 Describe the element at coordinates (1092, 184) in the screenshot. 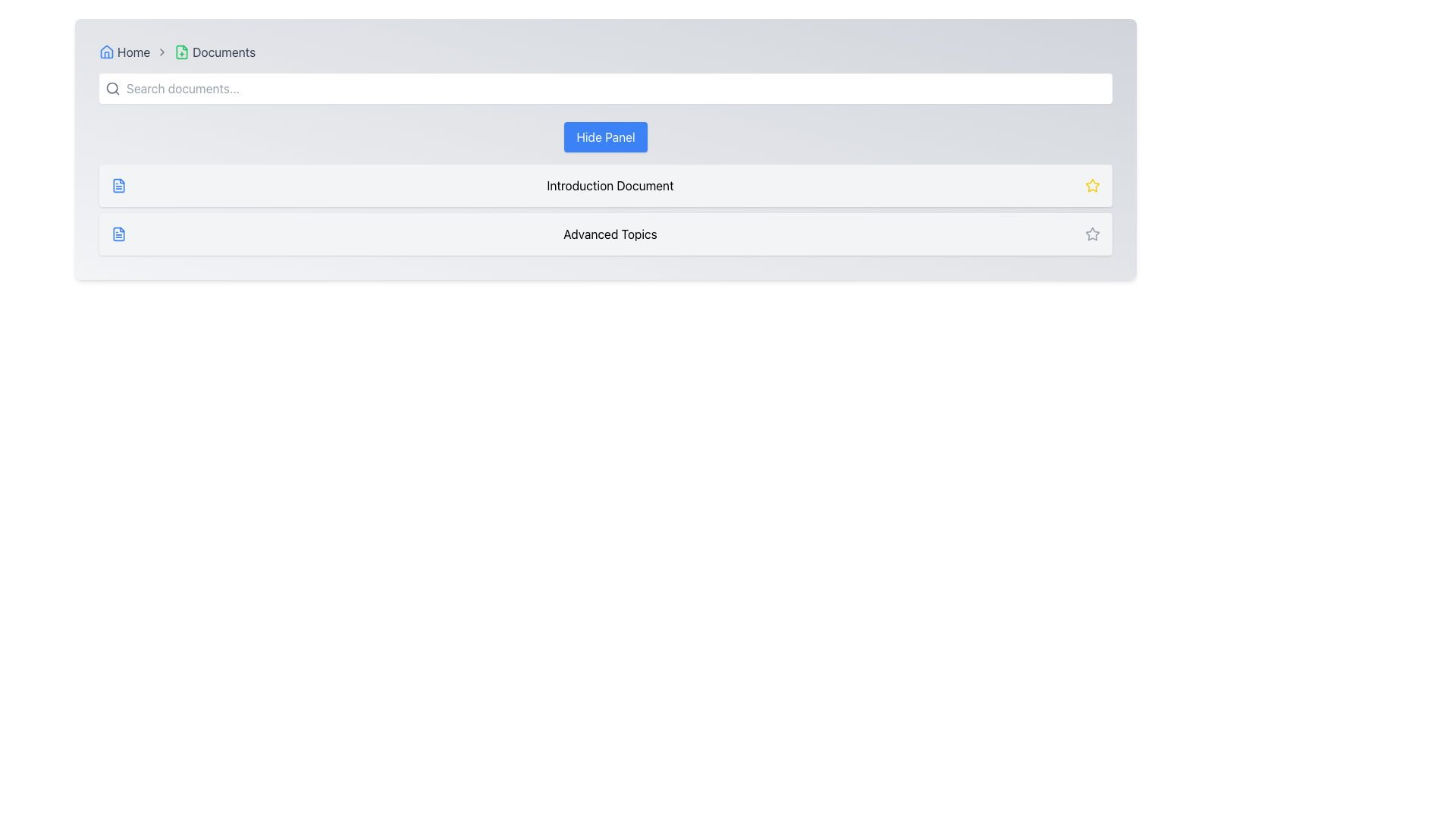

I see `the interactive icon used to mark or highlight items, located on the right side of the 'Advanced Topics' row, which is the last icon in the group adjacent to the document name` at that location.